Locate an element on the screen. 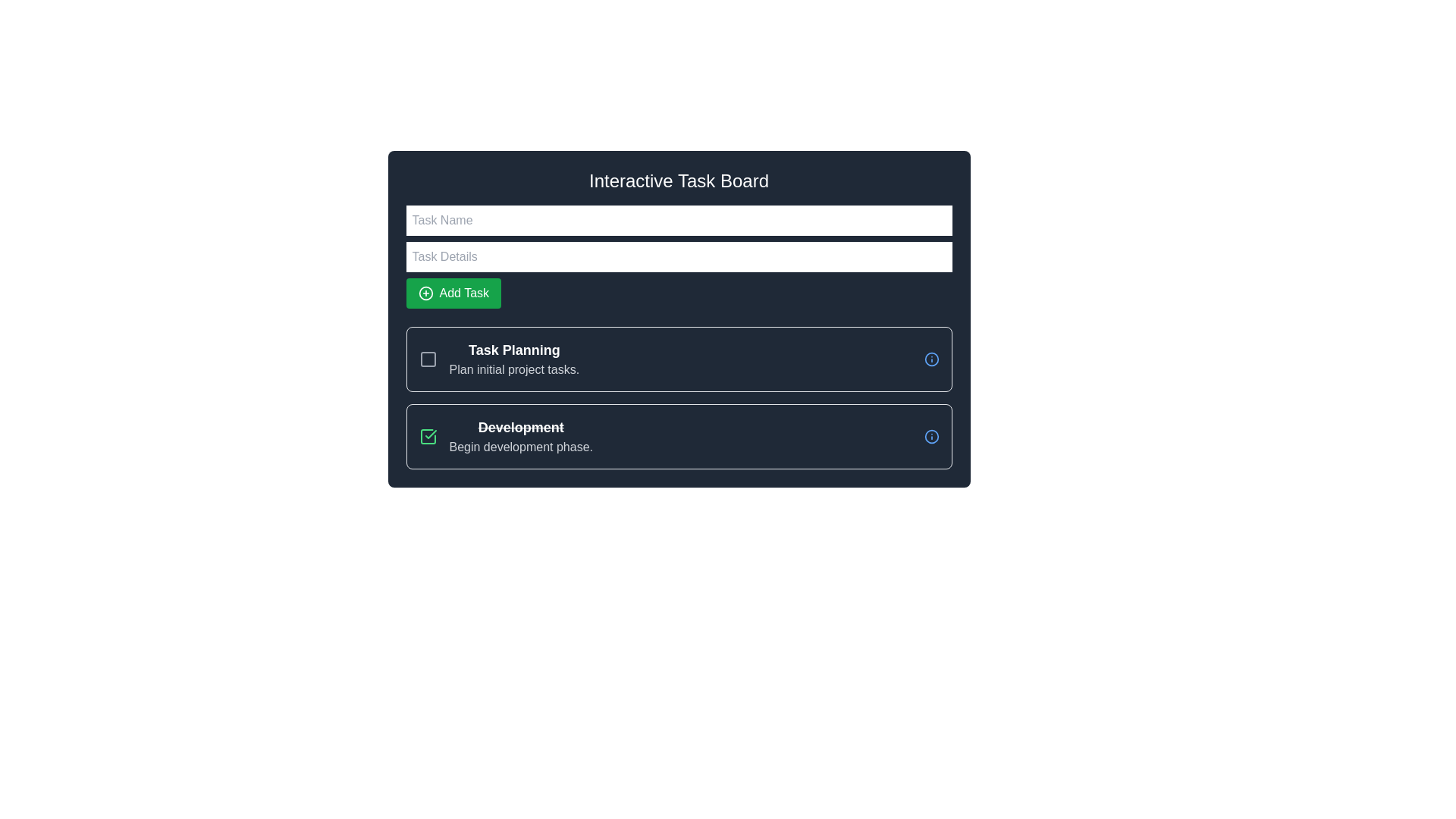 The image size is (1456, 819). the circular interactive button located at the right edge of the 'Task Planning' box is located at coordinates (930, 359).